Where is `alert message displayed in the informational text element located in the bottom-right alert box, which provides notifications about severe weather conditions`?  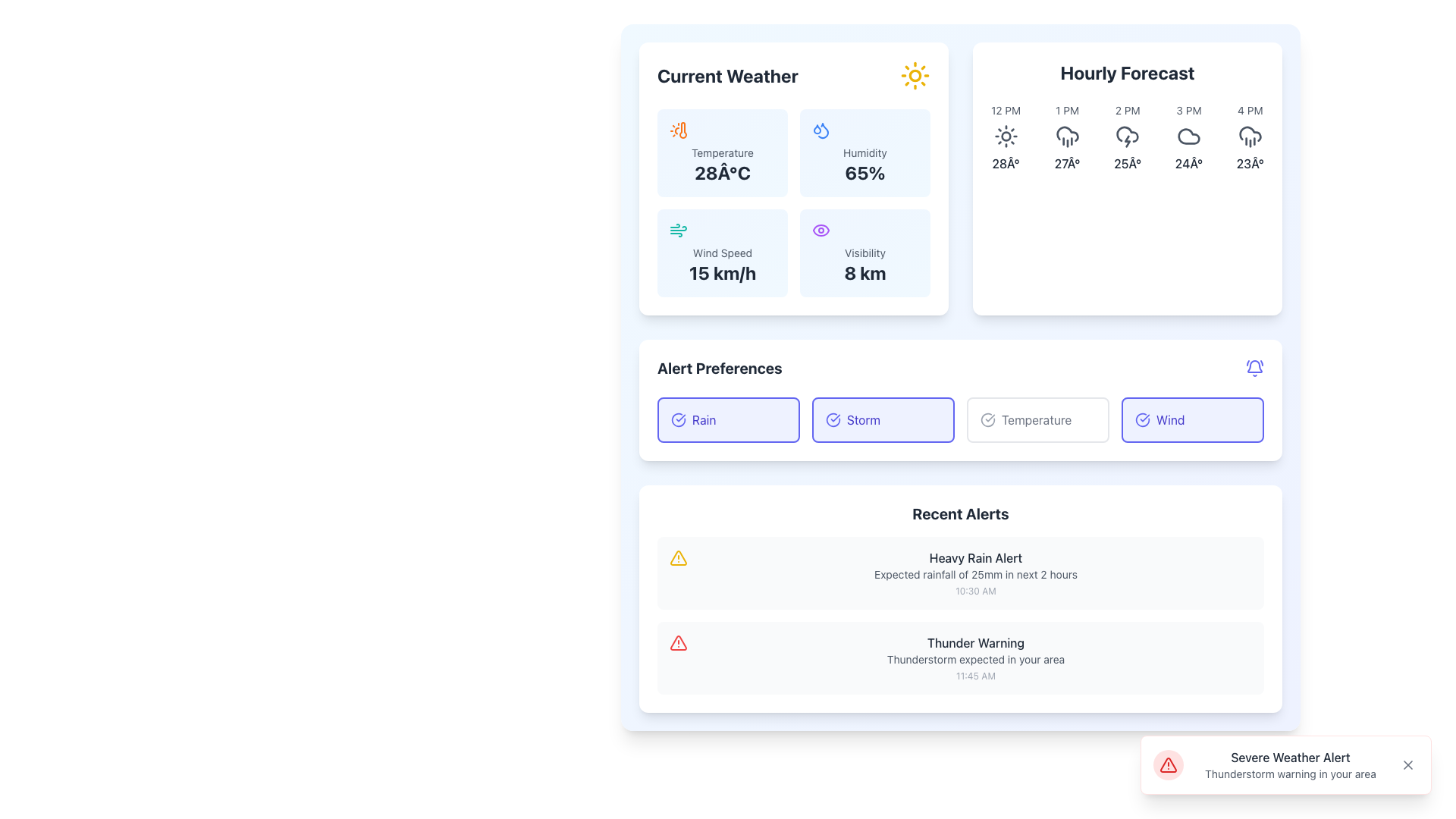
alert message displayed in the informational text element located in the bottom-right alert box, which provides notifications about severe weather conditions is located at coordinates (1290, 765).